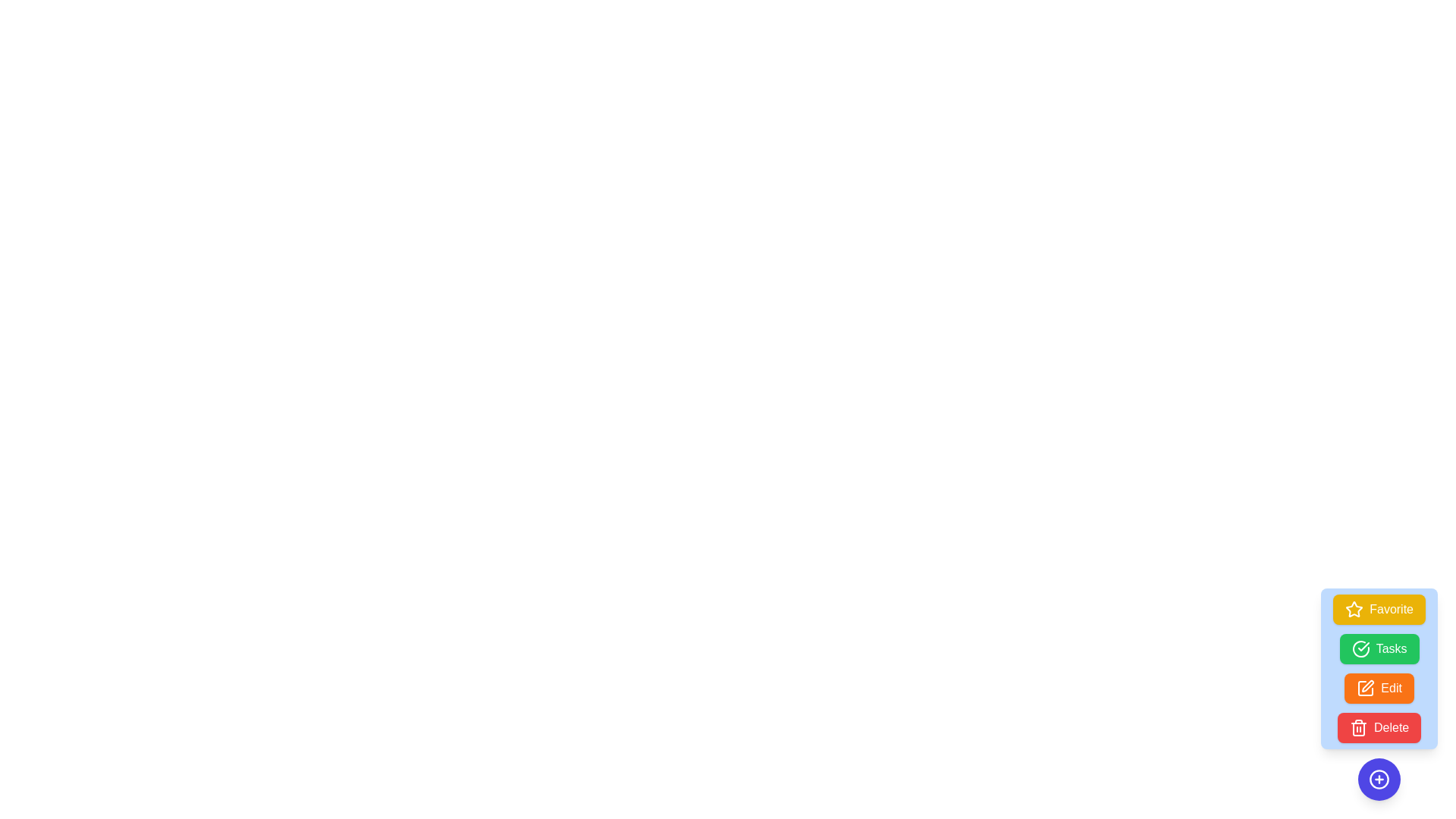 The image size is (1456, 819). I want to click on the yellow 'Favorite' button with white text and a star icon to observe the brightness effect, so click(1379, 608).